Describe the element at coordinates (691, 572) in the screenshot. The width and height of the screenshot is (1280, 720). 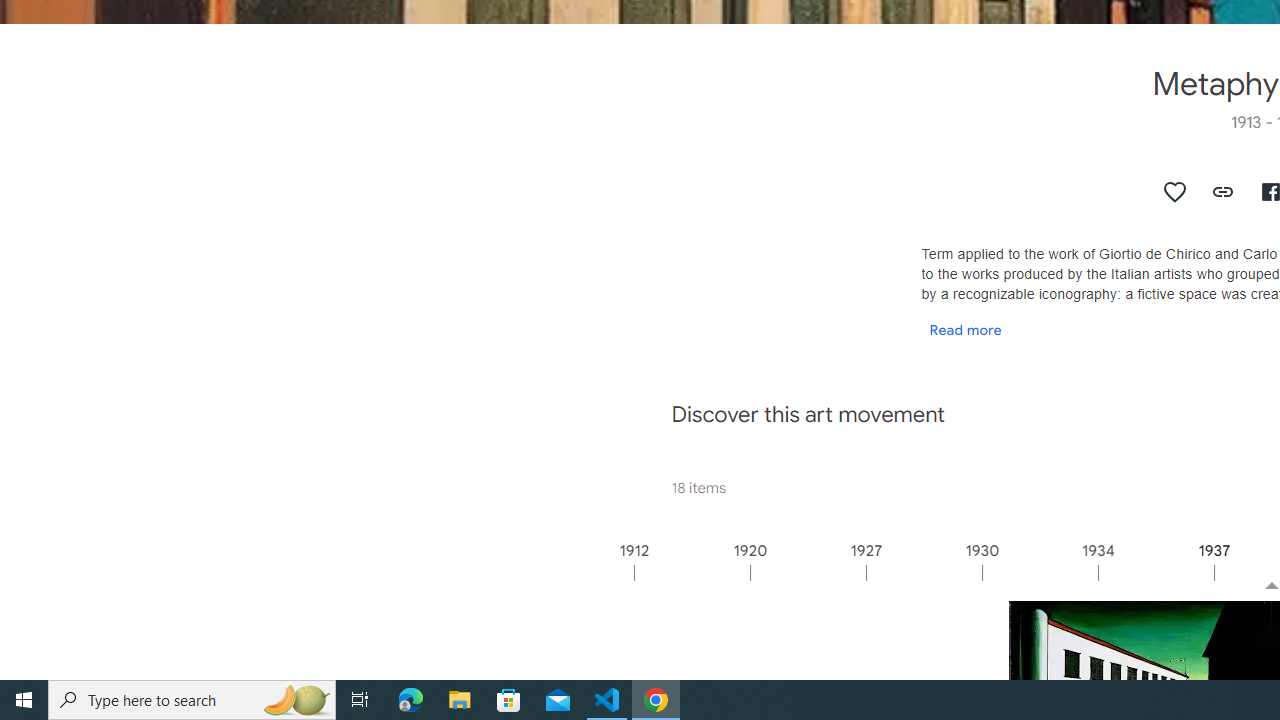
I see `'1912'` at that location.